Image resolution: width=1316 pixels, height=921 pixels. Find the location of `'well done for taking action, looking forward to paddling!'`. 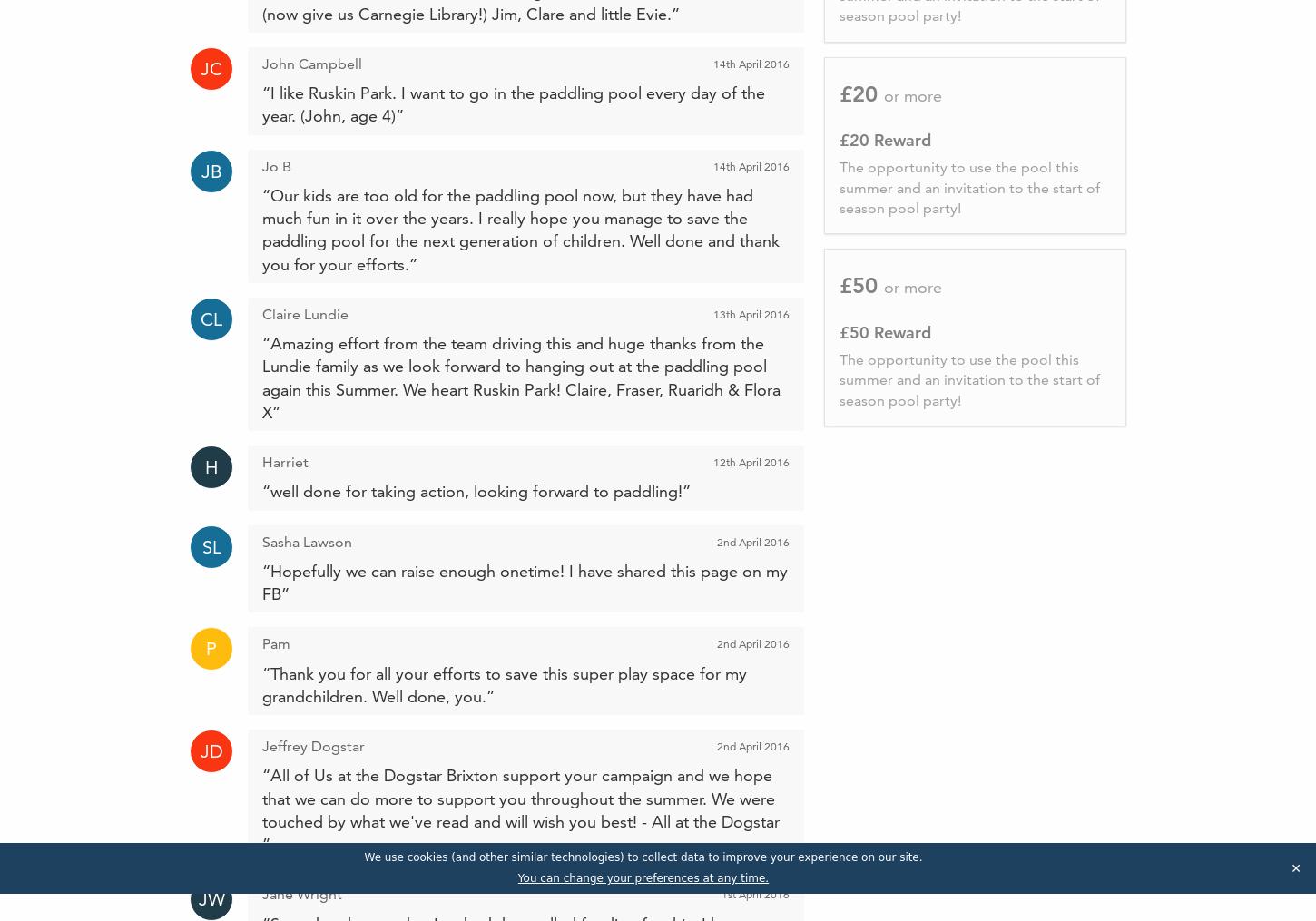

'well done for taking action, looking forward to paddling!' is located at coordinates (476, 491).